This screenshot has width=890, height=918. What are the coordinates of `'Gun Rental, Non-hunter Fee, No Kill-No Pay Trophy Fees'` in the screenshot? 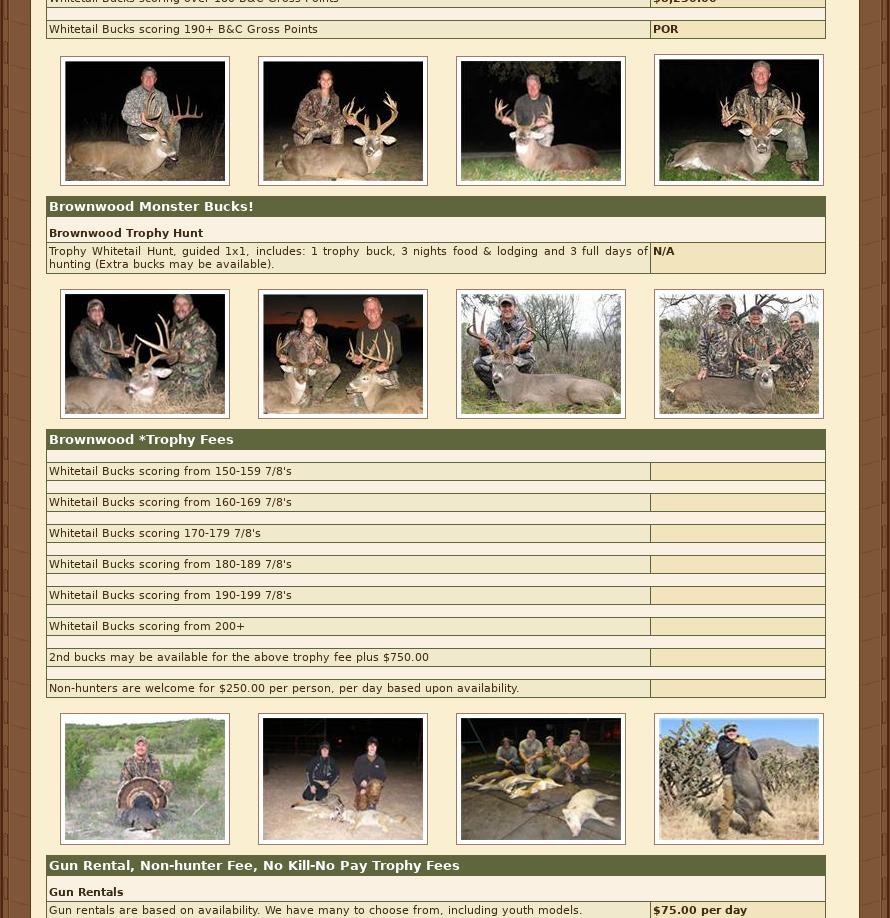 It's located at (253, 864).